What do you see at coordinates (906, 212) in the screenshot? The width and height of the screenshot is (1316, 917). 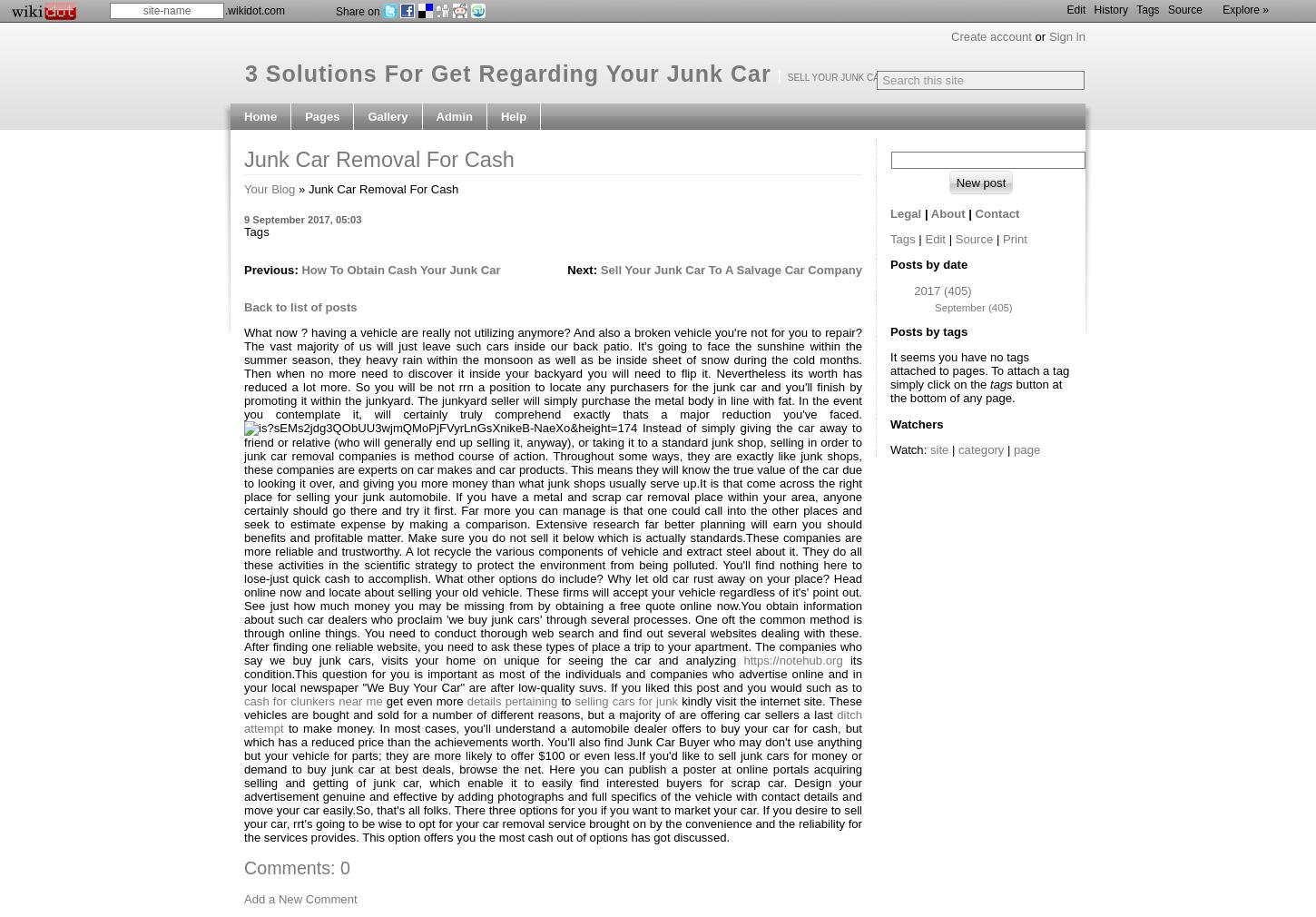 I see `'Legal'` at bounding box center [906, 212].